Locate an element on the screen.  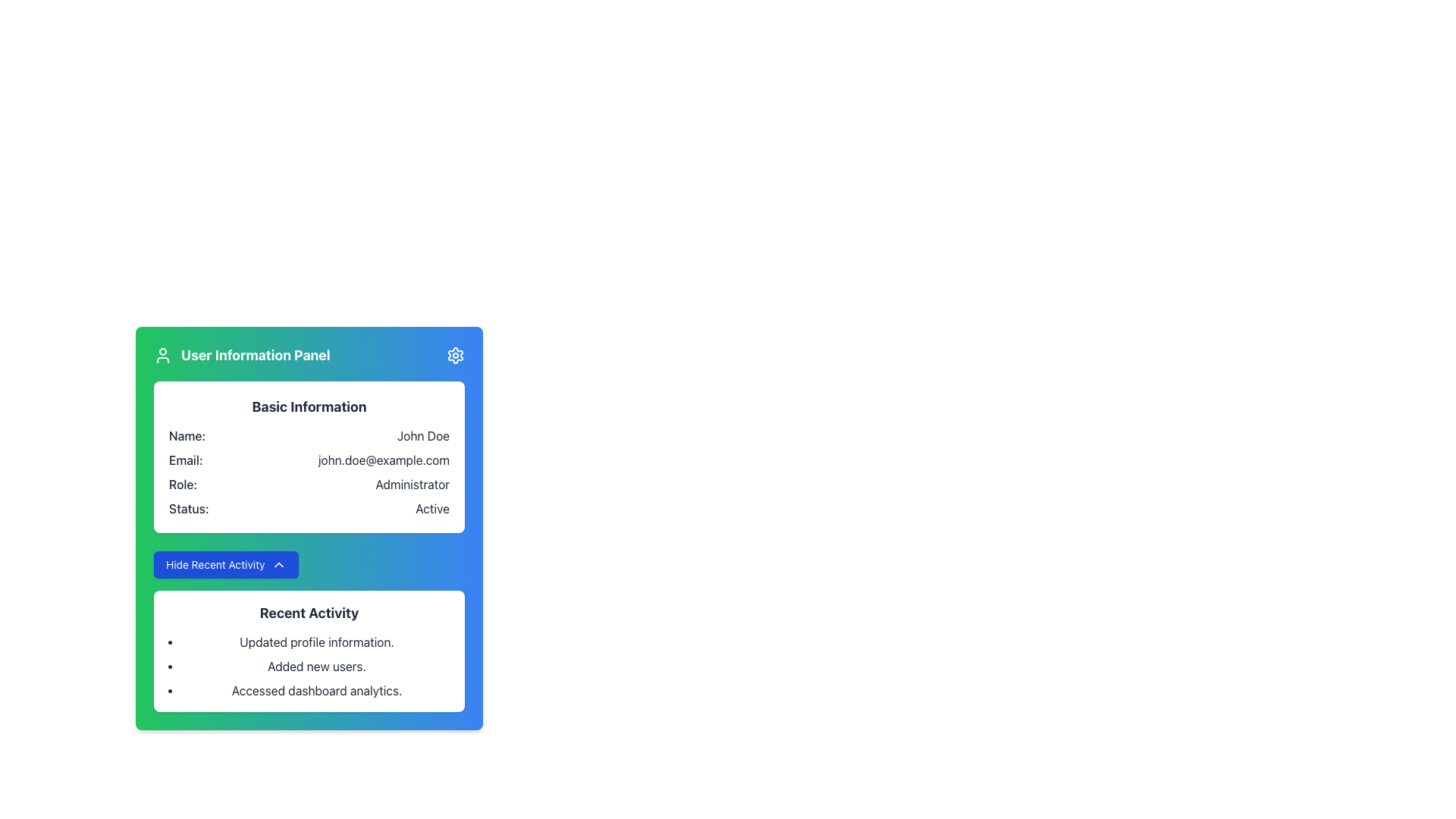
the unordered list containing the items 'Updated profile information.', 'Added new users.', and 'Accessed dashboard analytics.' is located at coordinates (309, 666).